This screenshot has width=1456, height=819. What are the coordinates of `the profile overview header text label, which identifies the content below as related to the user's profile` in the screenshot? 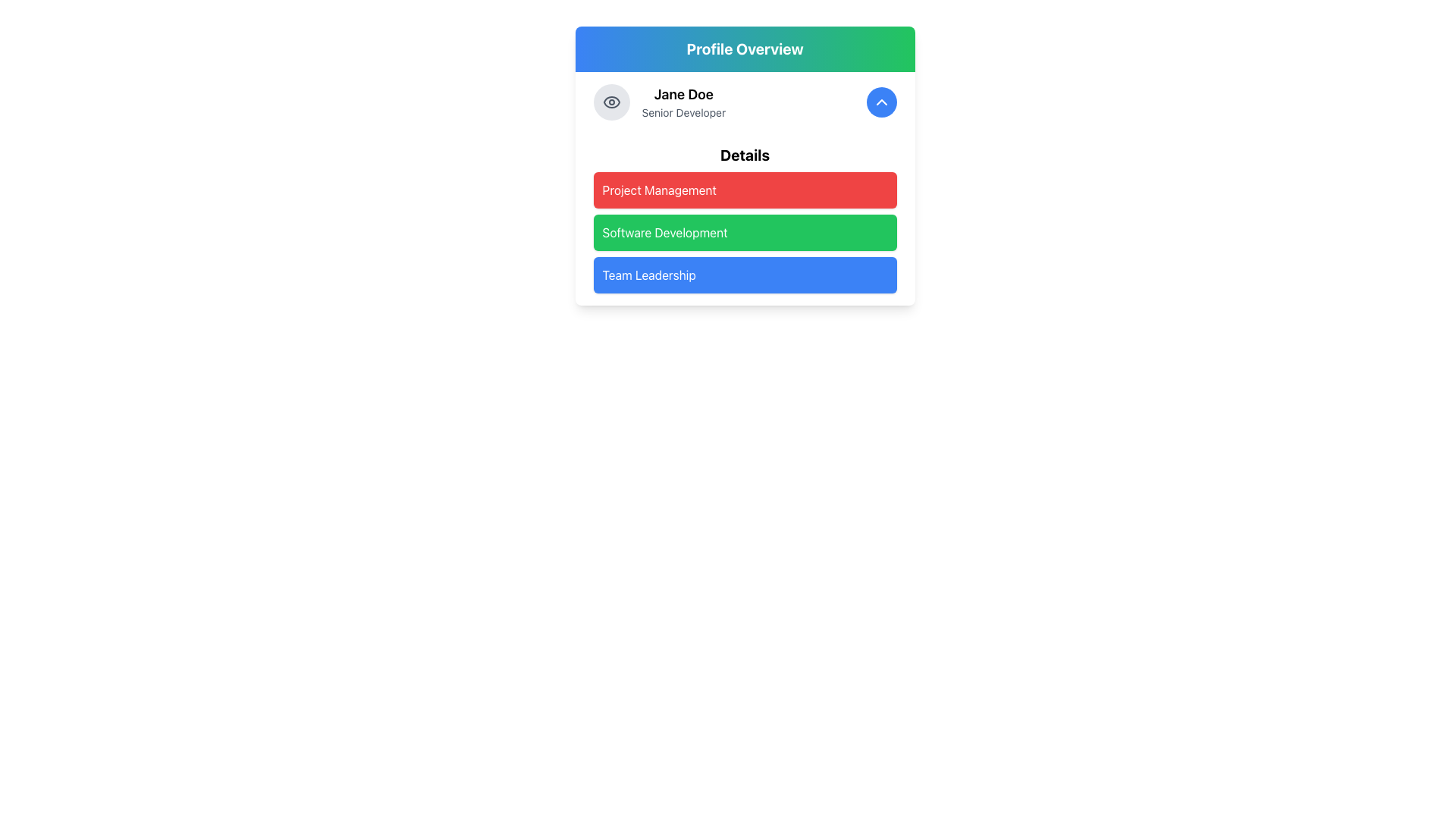 It's located at (745, 49).